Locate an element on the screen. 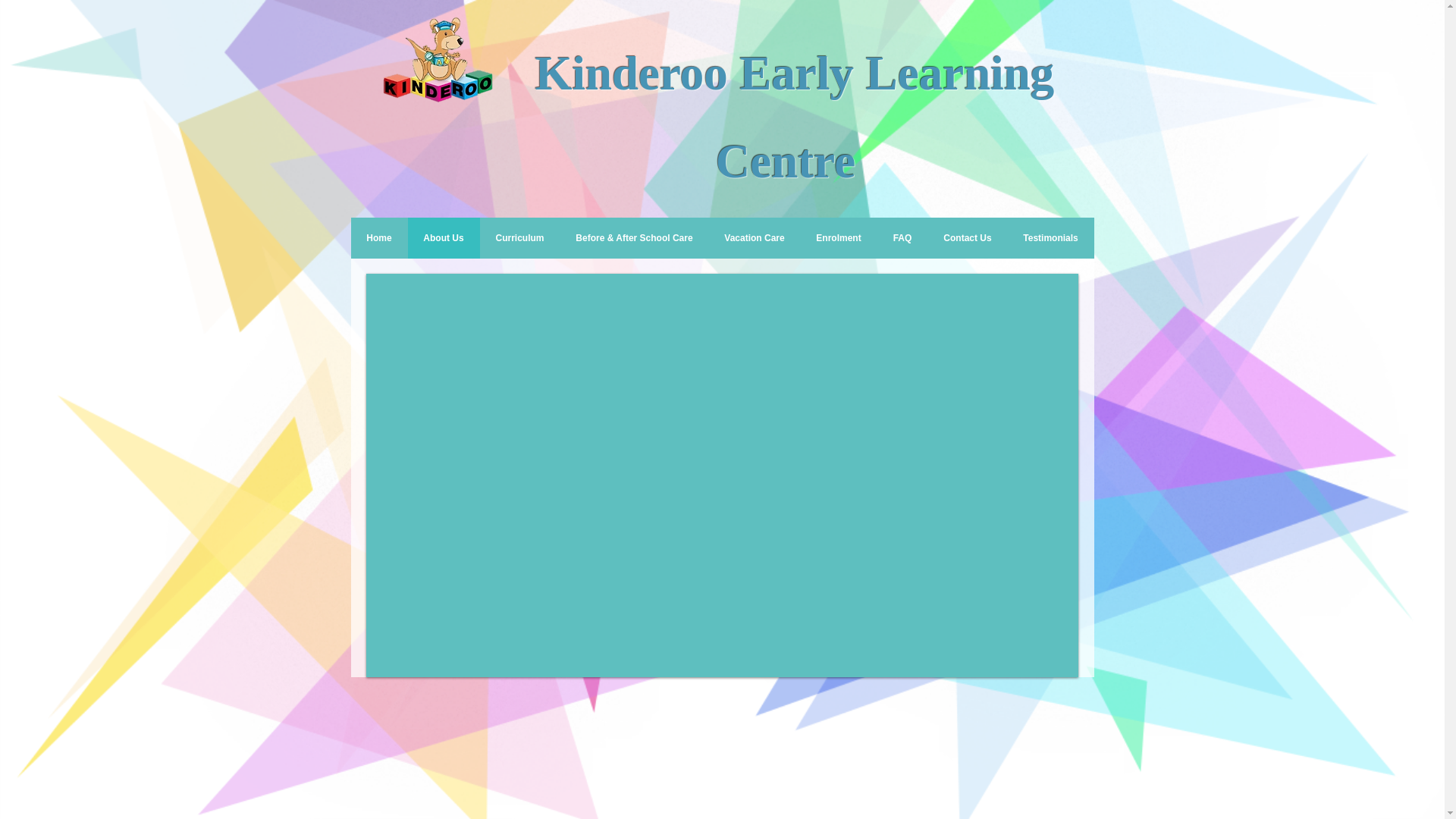  'Contact Us' is located at coordinates (967, 237).